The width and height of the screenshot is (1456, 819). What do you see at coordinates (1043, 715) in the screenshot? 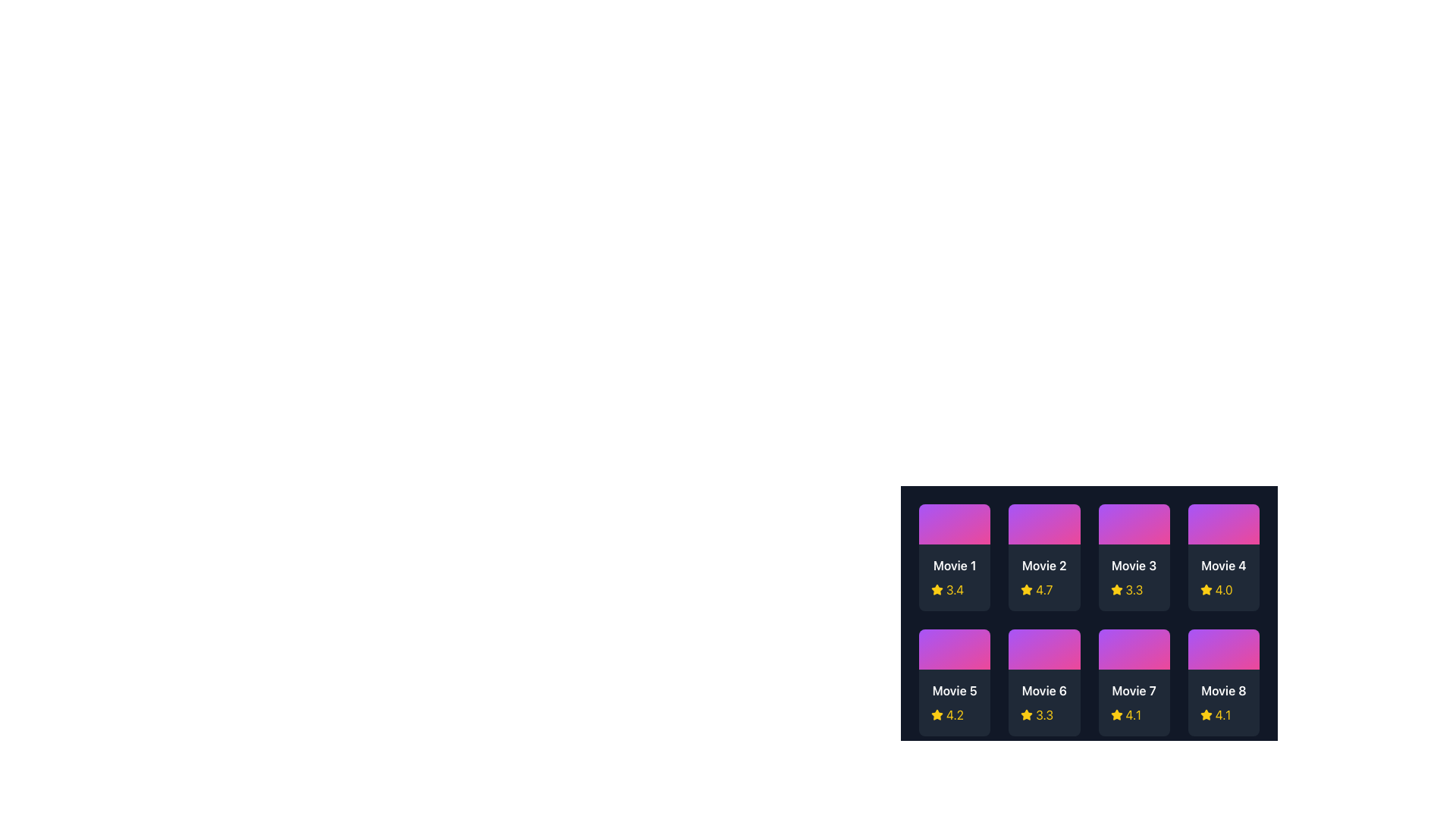
I see `the numerical text label displaying '3.3' in yellow, located to the right of a star icon within the 'Movie 6' card` at bounding box center [1043, 715].